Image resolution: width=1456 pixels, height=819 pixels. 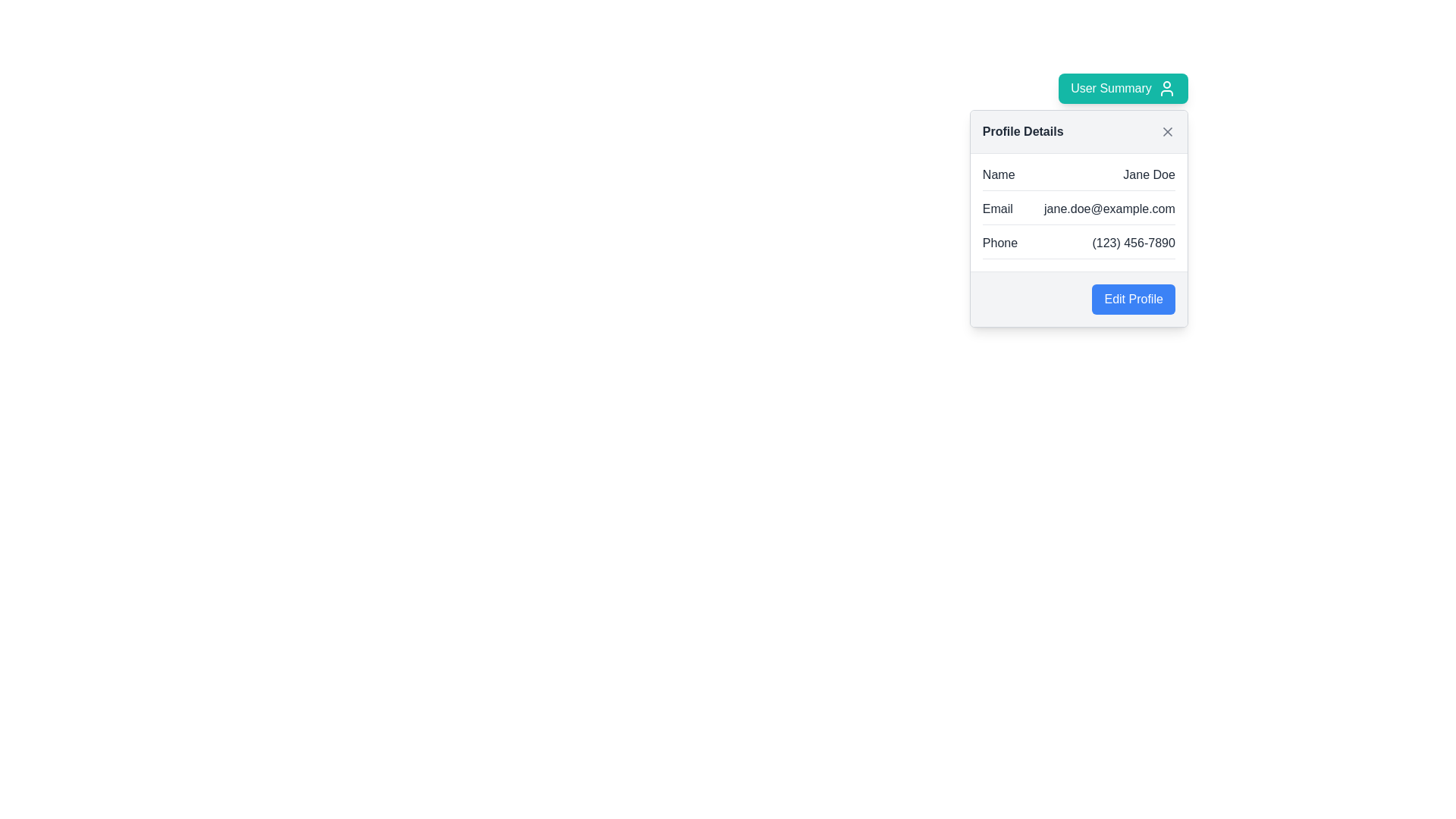 I want to click on the close button located at the top-right corner of the 'Profile Details' section header, so click(x=1166, y=130).